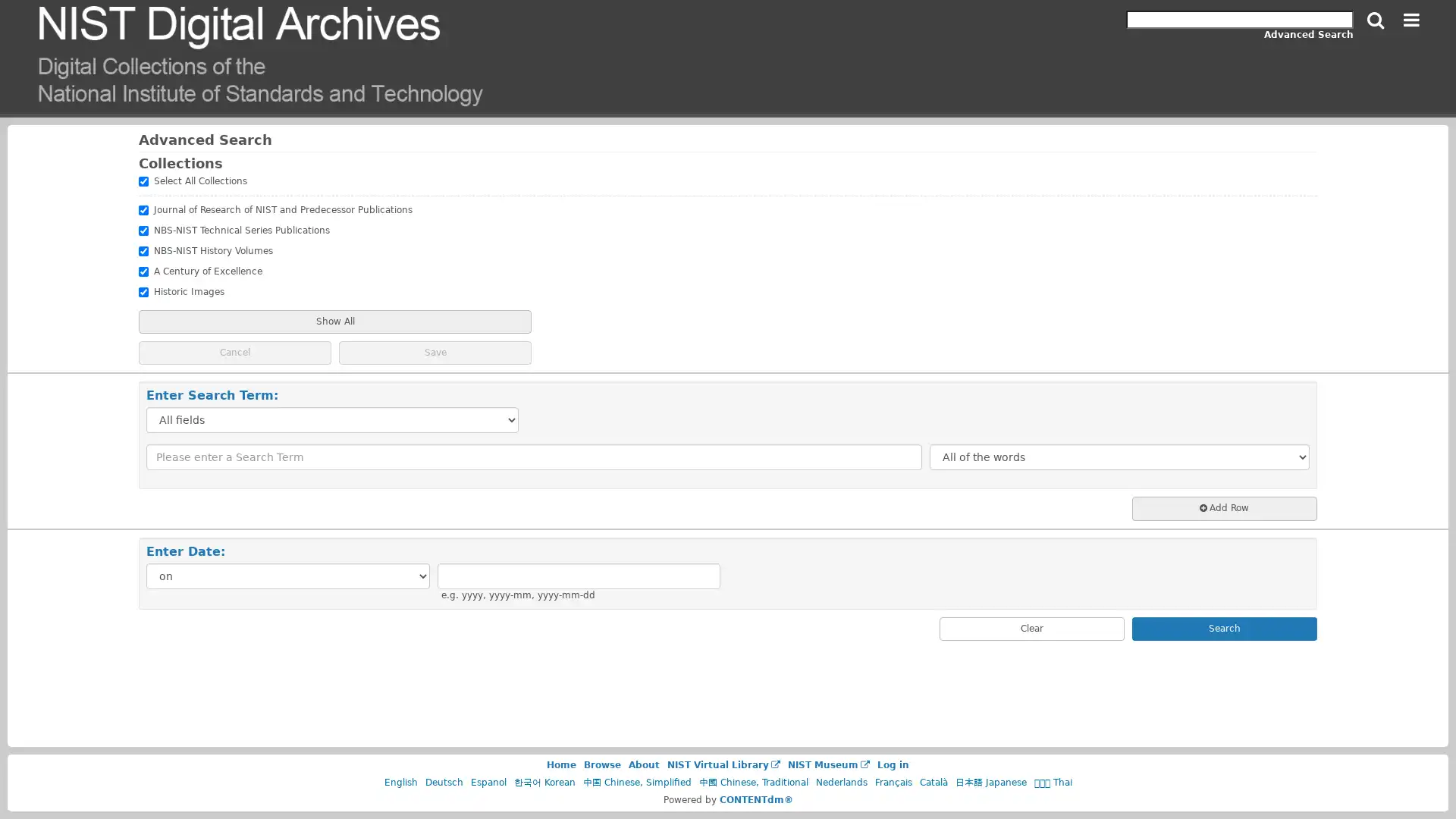 This screenshot has width=1456, height=819. What do you see at coordinates (544, 783) in the screenshot?
I see `Korean` at bounding box center [544, 783].